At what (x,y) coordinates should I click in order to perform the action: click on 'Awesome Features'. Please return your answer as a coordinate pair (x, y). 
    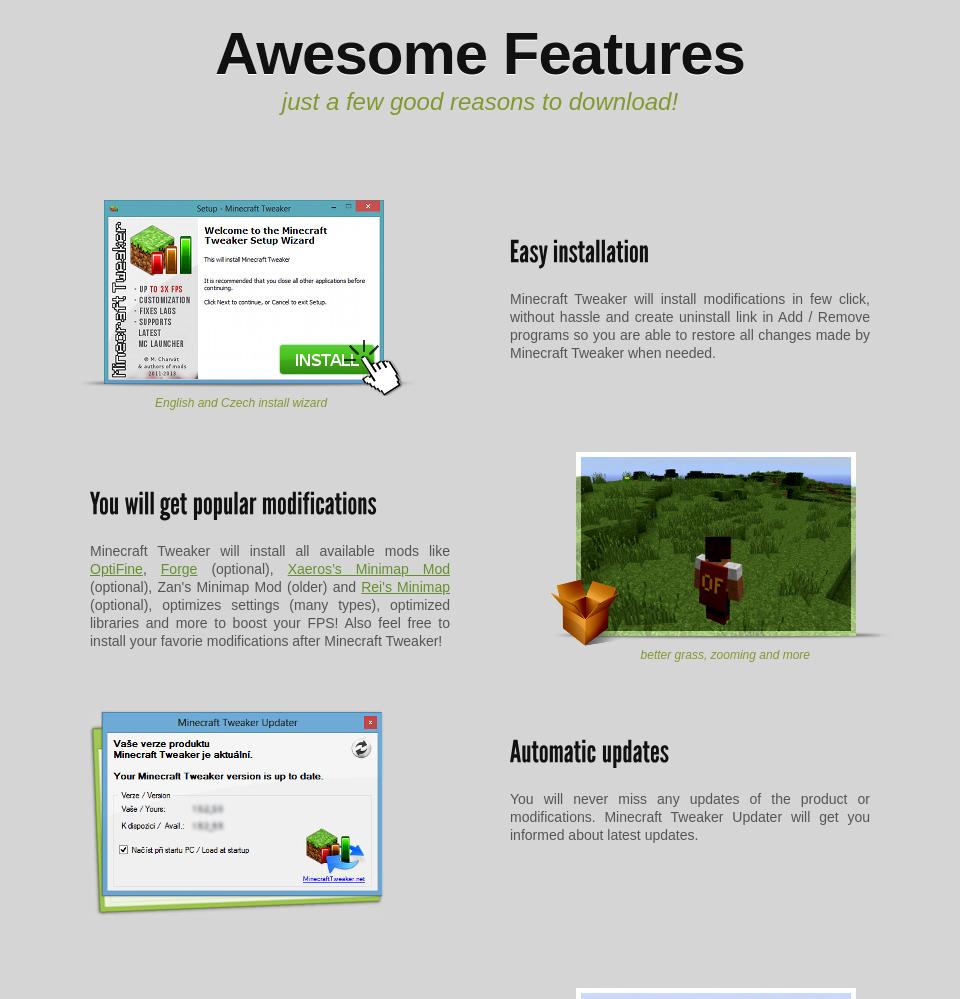
    Looking at the image, I should click on (479, 53).